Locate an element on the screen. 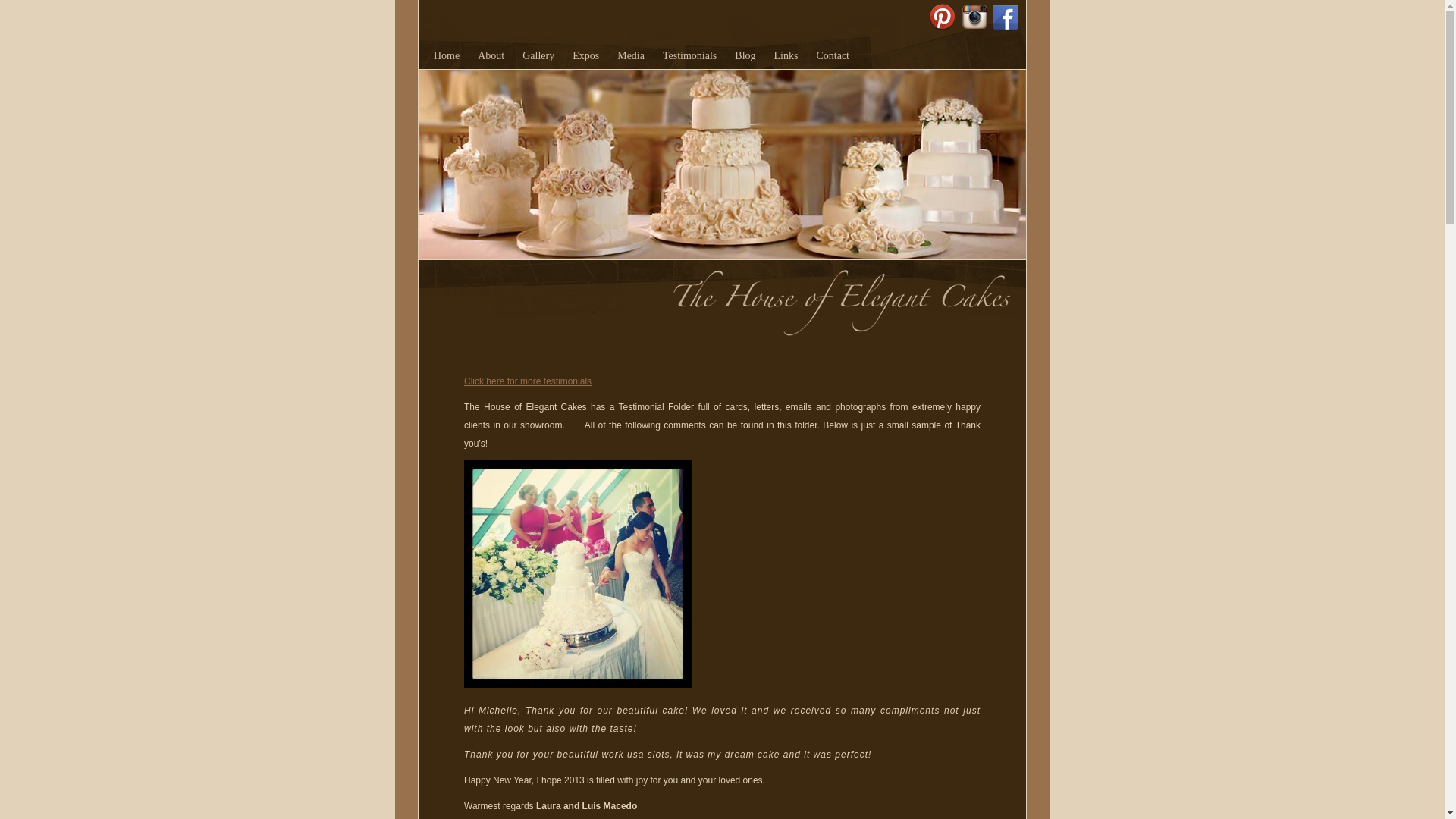 This screenshot has height=819, width=1456. 'Click here for more testimonials' is located at coordinates (528, 380).